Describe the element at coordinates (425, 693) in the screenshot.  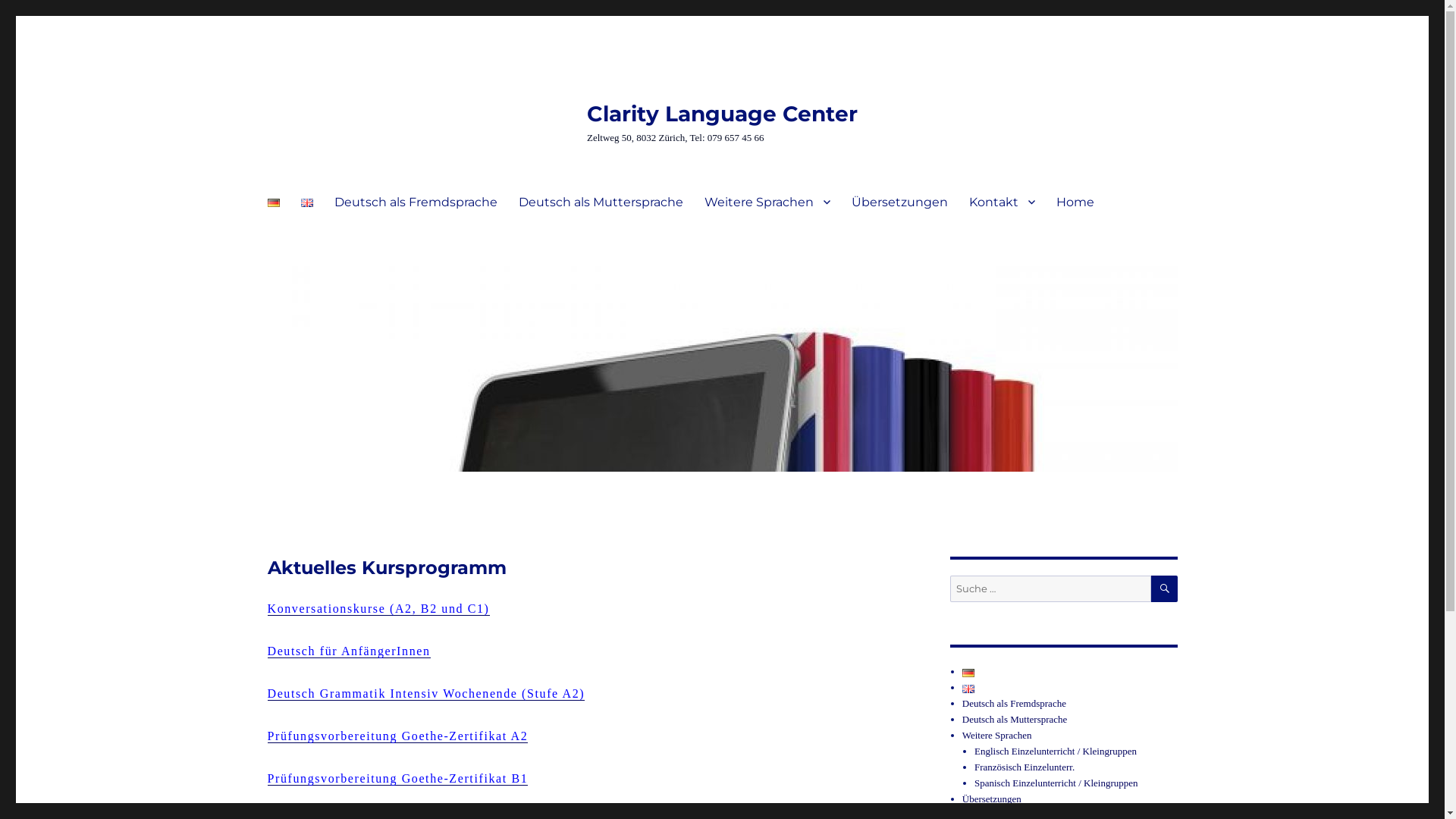
I see `'Deutsch Grammatik Intensiv Wochenende (Stufe A2)'` at that location.